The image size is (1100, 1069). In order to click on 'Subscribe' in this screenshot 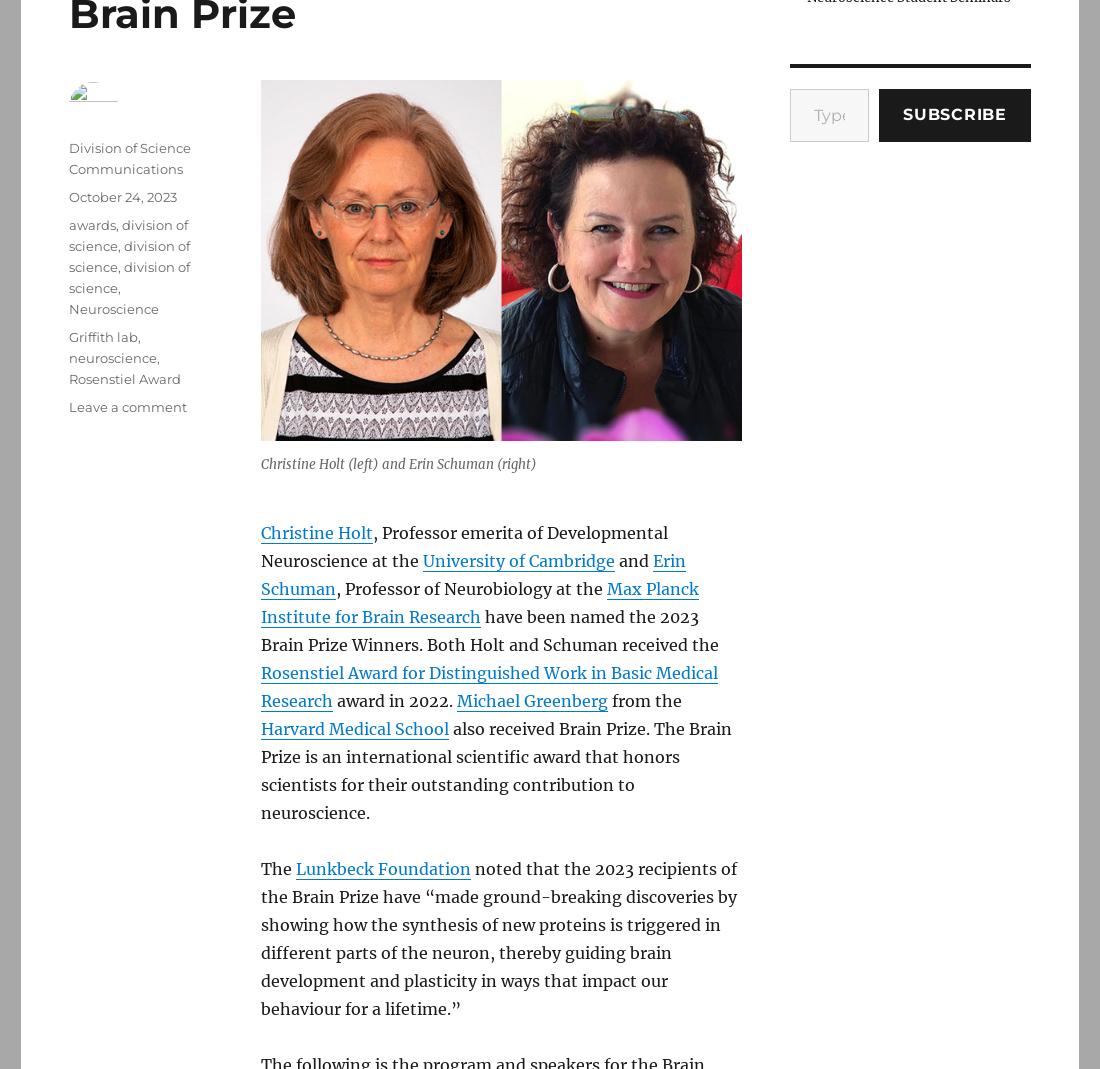, I will do `click(902, 113)`.